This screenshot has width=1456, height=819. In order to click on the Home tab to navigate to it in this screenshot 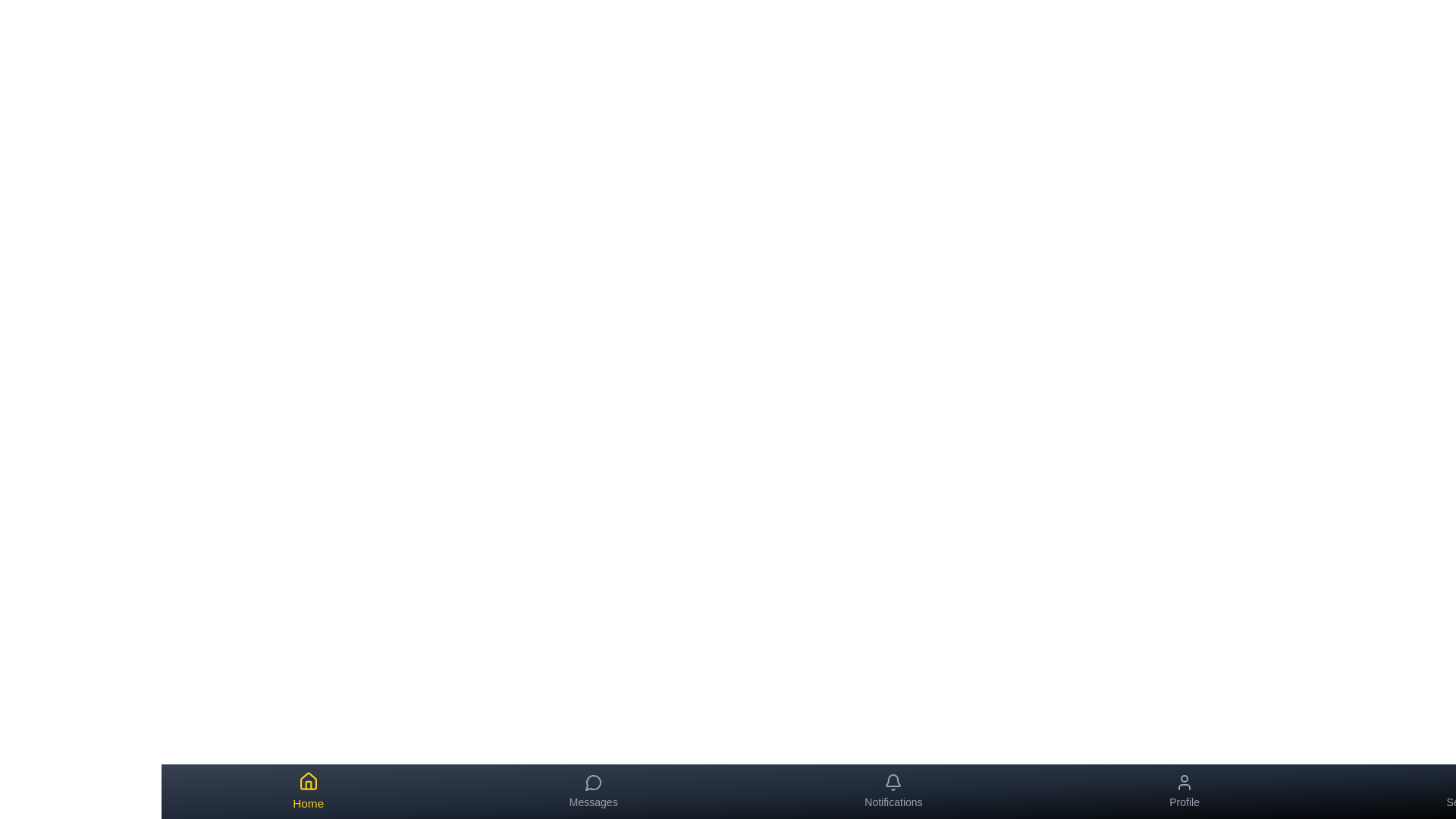, I will do `click(307, 791)`.